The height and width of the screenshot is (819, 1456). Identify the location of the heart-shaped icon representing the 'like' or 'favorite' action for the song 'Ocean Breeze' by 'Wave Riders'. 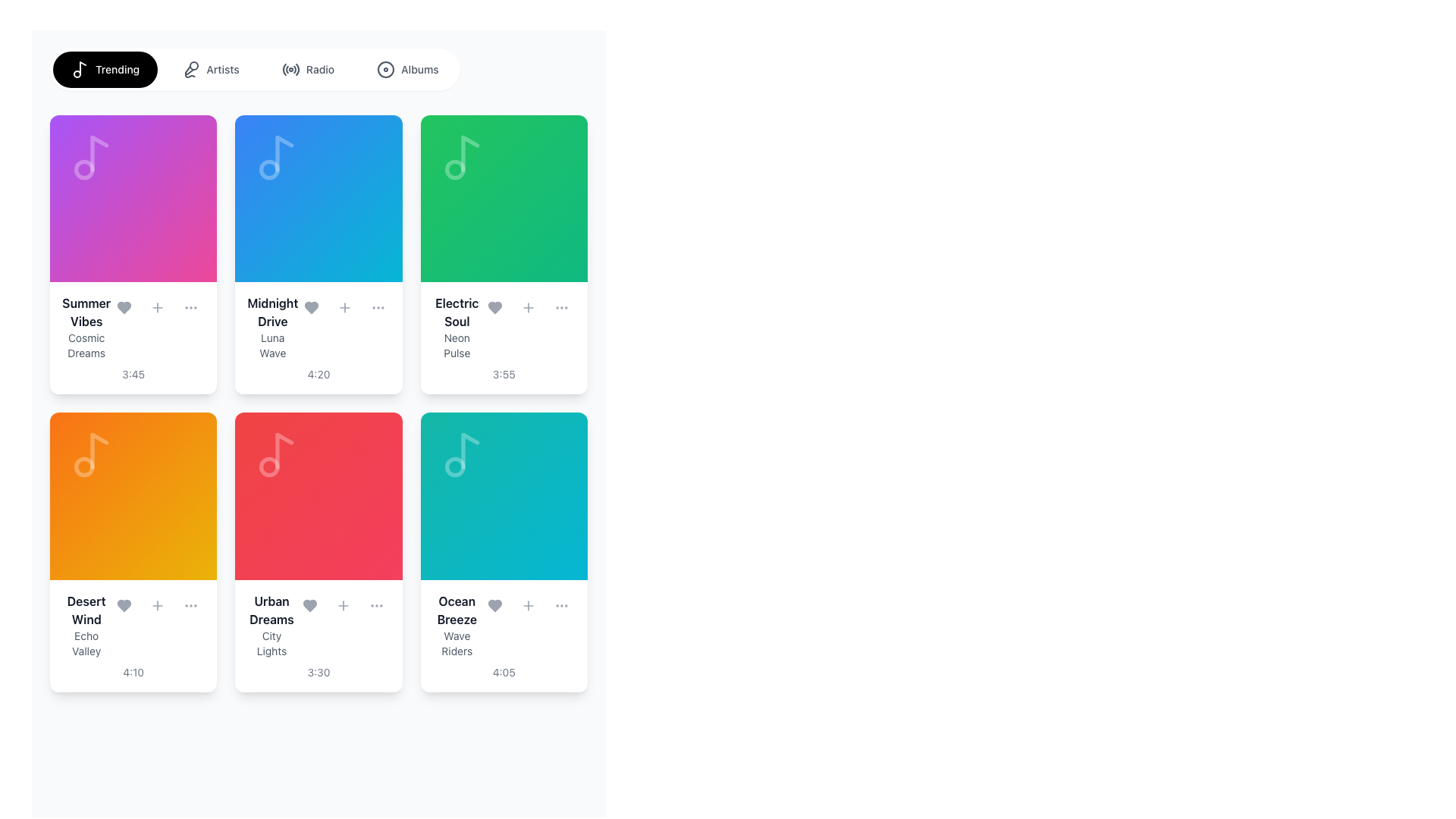
(494, 604).